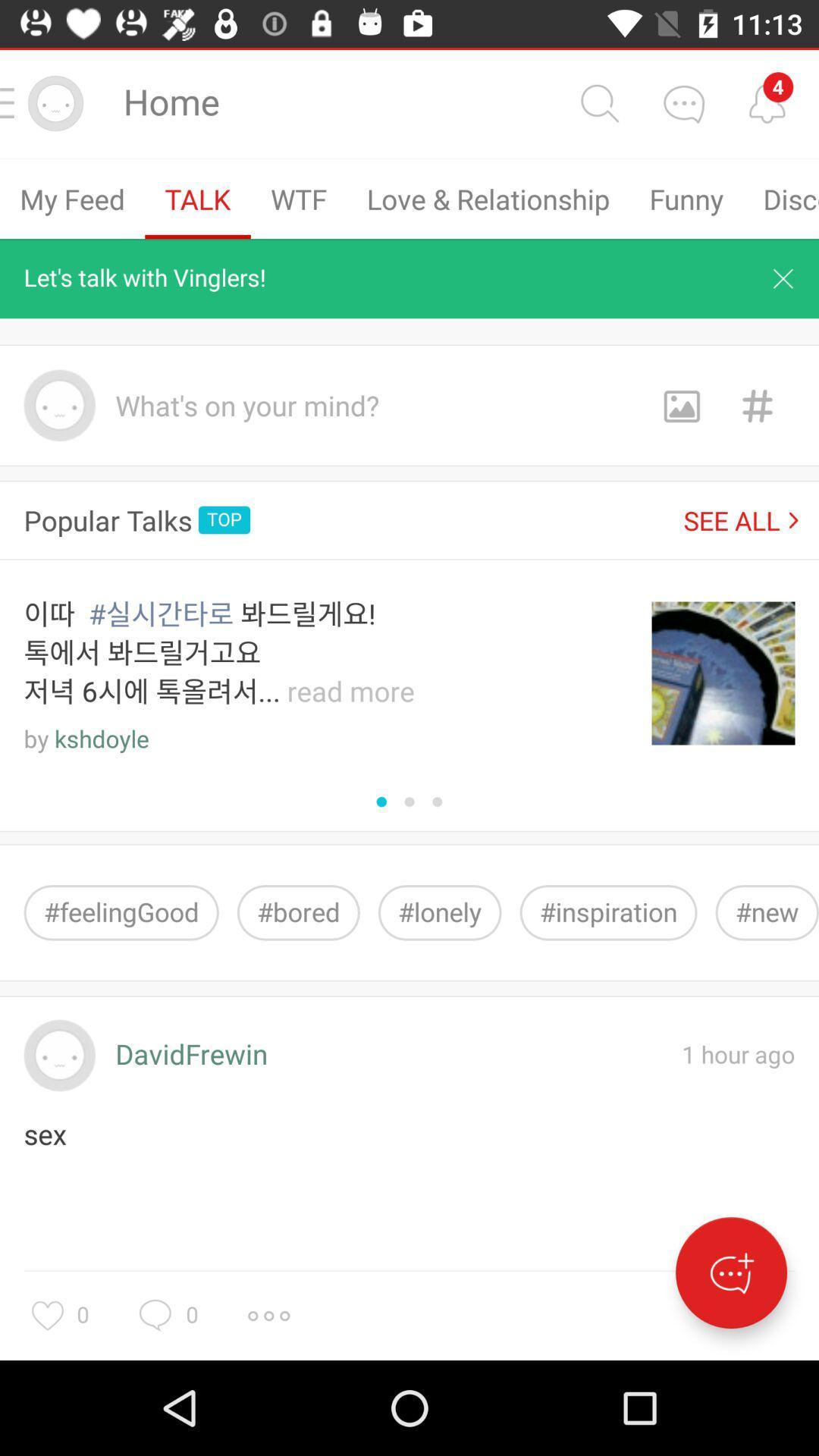 This screenshot has height=1456, width=819. What do you see at coordinates (598, 102) in the screenshot?
I see `do a search` at bounding box center [598, 102].